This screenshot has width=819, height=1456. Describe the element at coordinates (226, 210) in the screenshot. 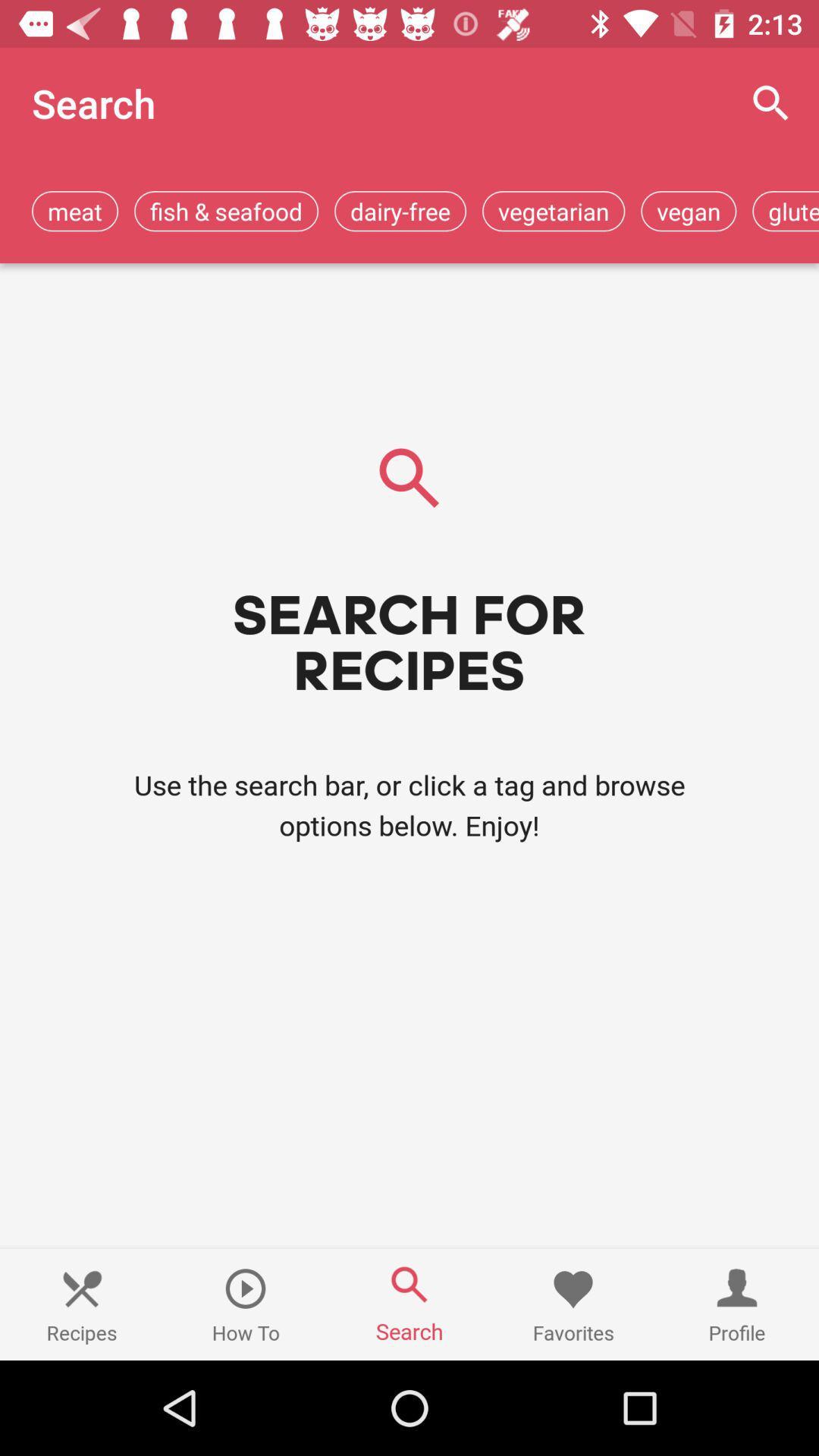

I see `item below search` at that location.